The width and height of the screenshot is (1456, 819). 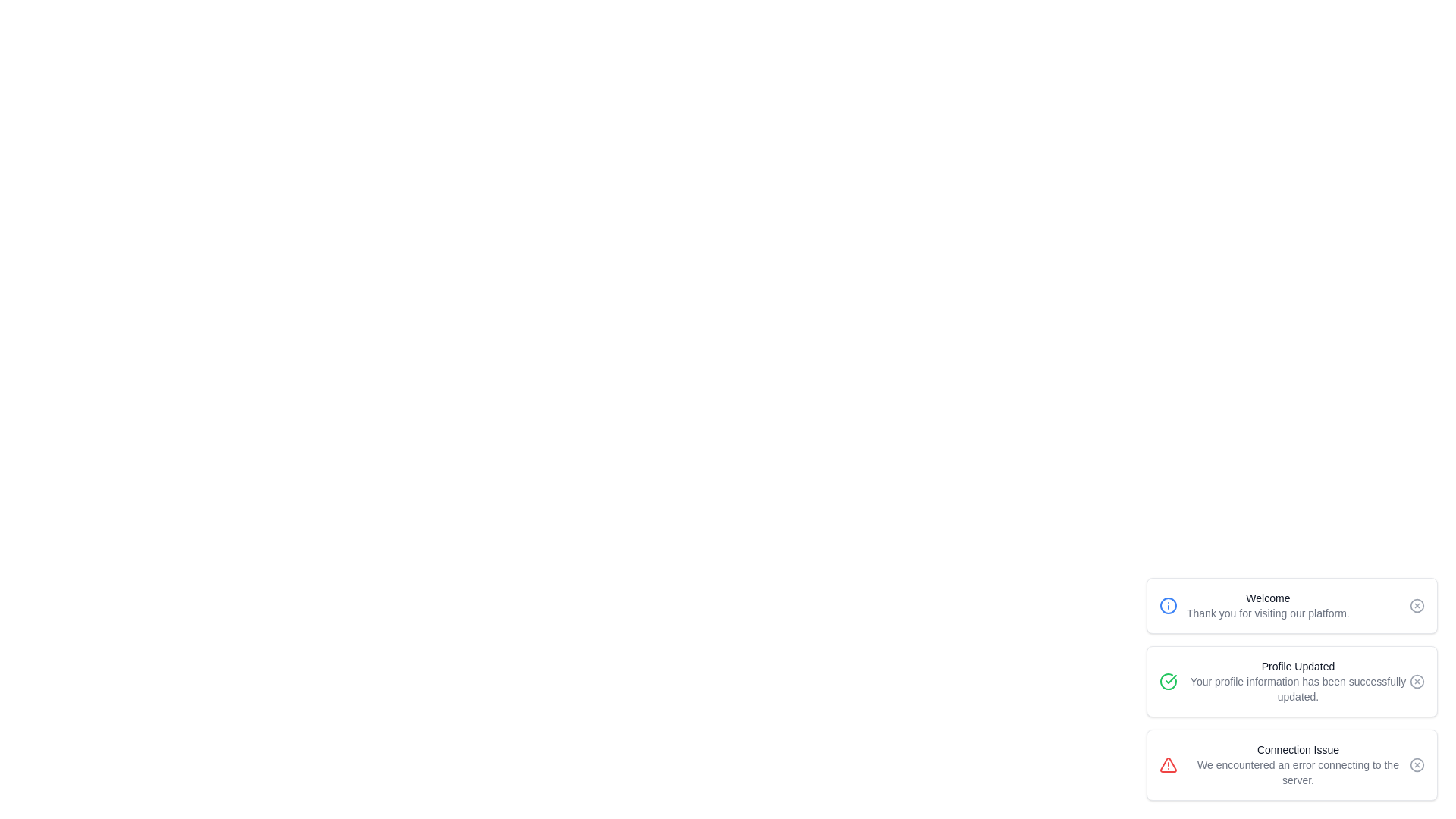 What do you see at coordinates (1291, 680) in the screenshot?
I see `the notification with title Profile Updated to observe style changes` at bounding box center [1291, 680].